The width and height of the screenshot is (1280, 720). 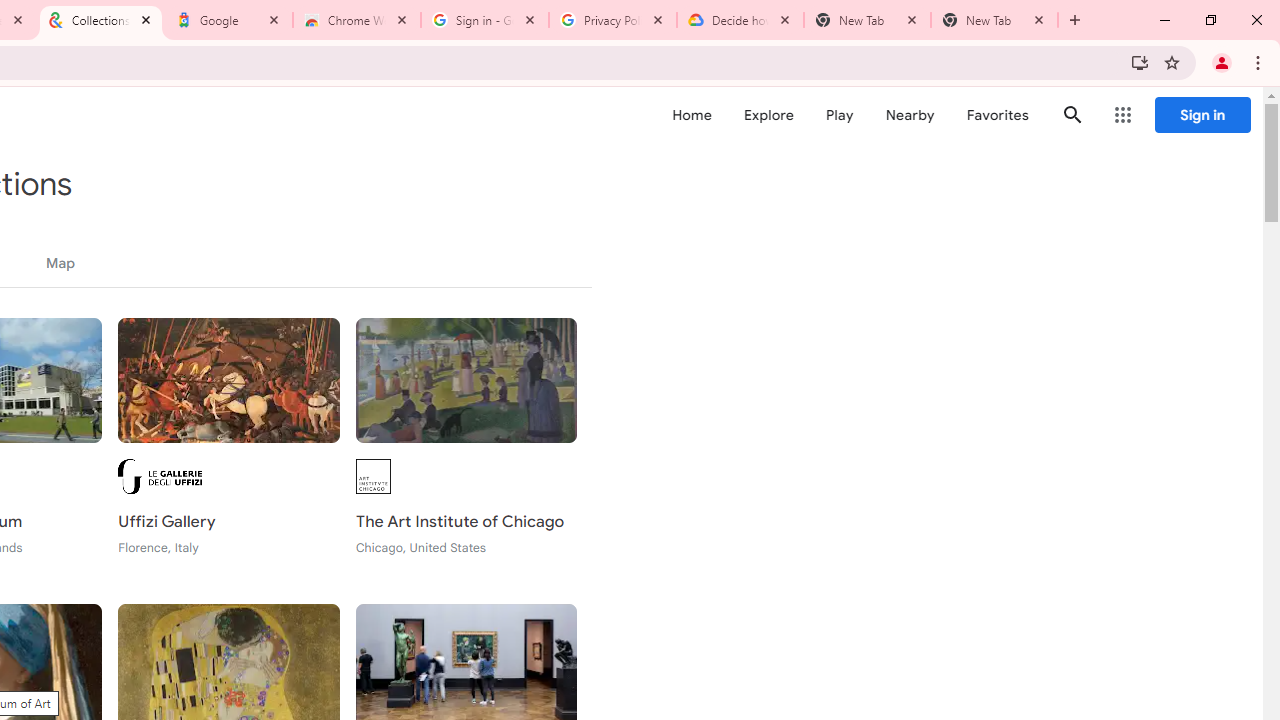 What do you see at coordinates (229, 20) in the screenshot?
I see `'Google'` at bounding box center [229, 20].